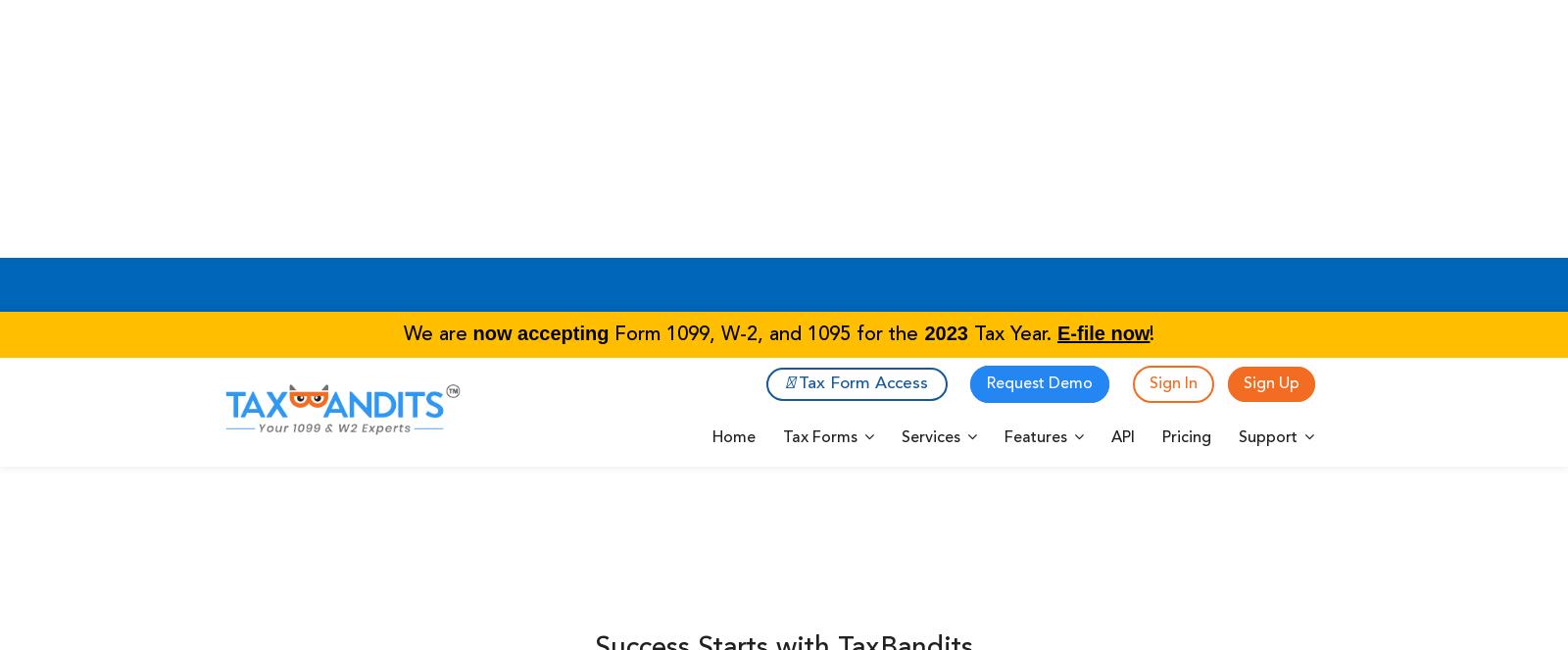  I want to click on 'FAQs on Payroll Forms', so click(551, 25).